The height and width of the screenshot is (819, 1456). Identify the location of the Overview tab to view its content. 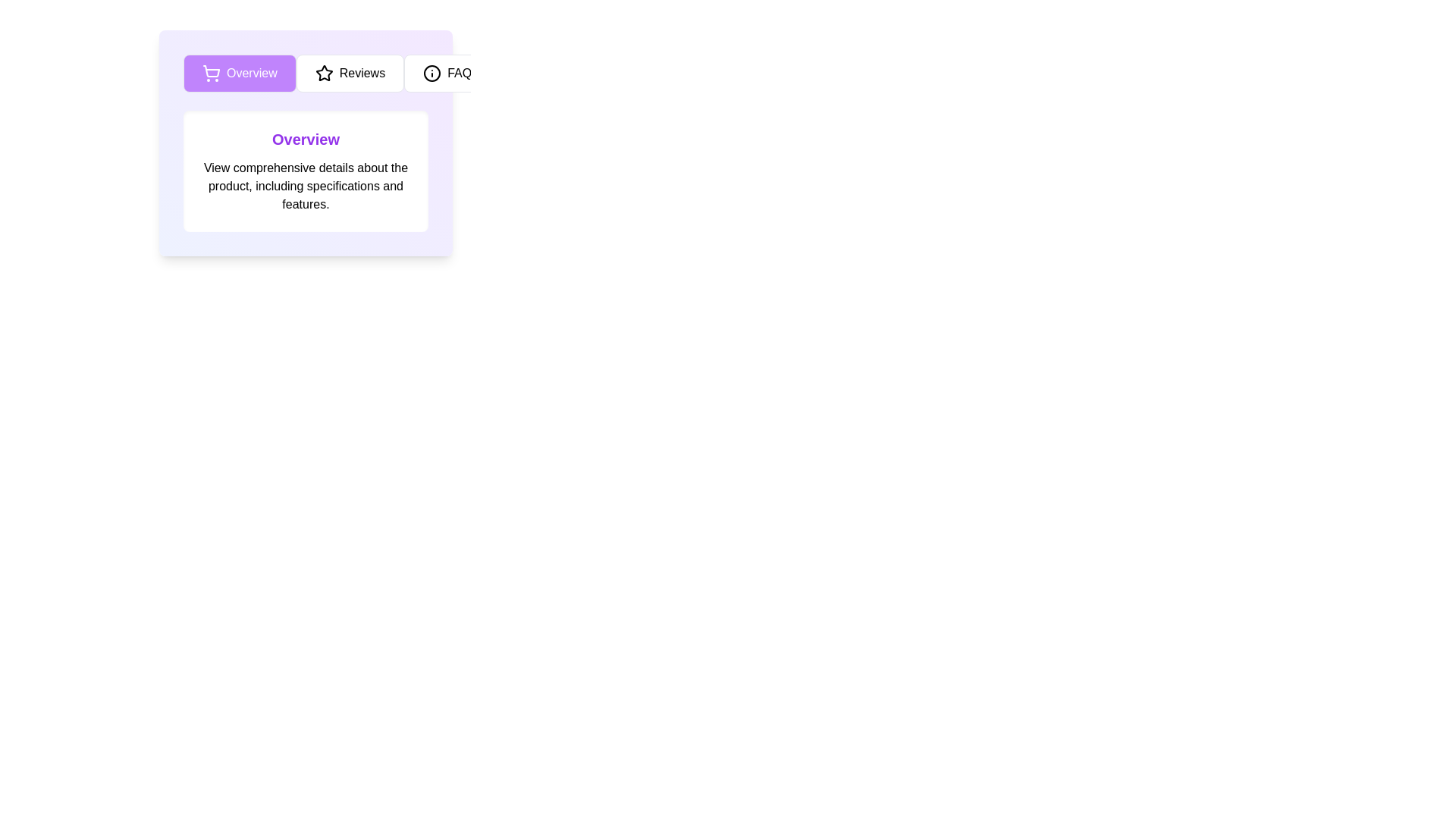
(239, 73).